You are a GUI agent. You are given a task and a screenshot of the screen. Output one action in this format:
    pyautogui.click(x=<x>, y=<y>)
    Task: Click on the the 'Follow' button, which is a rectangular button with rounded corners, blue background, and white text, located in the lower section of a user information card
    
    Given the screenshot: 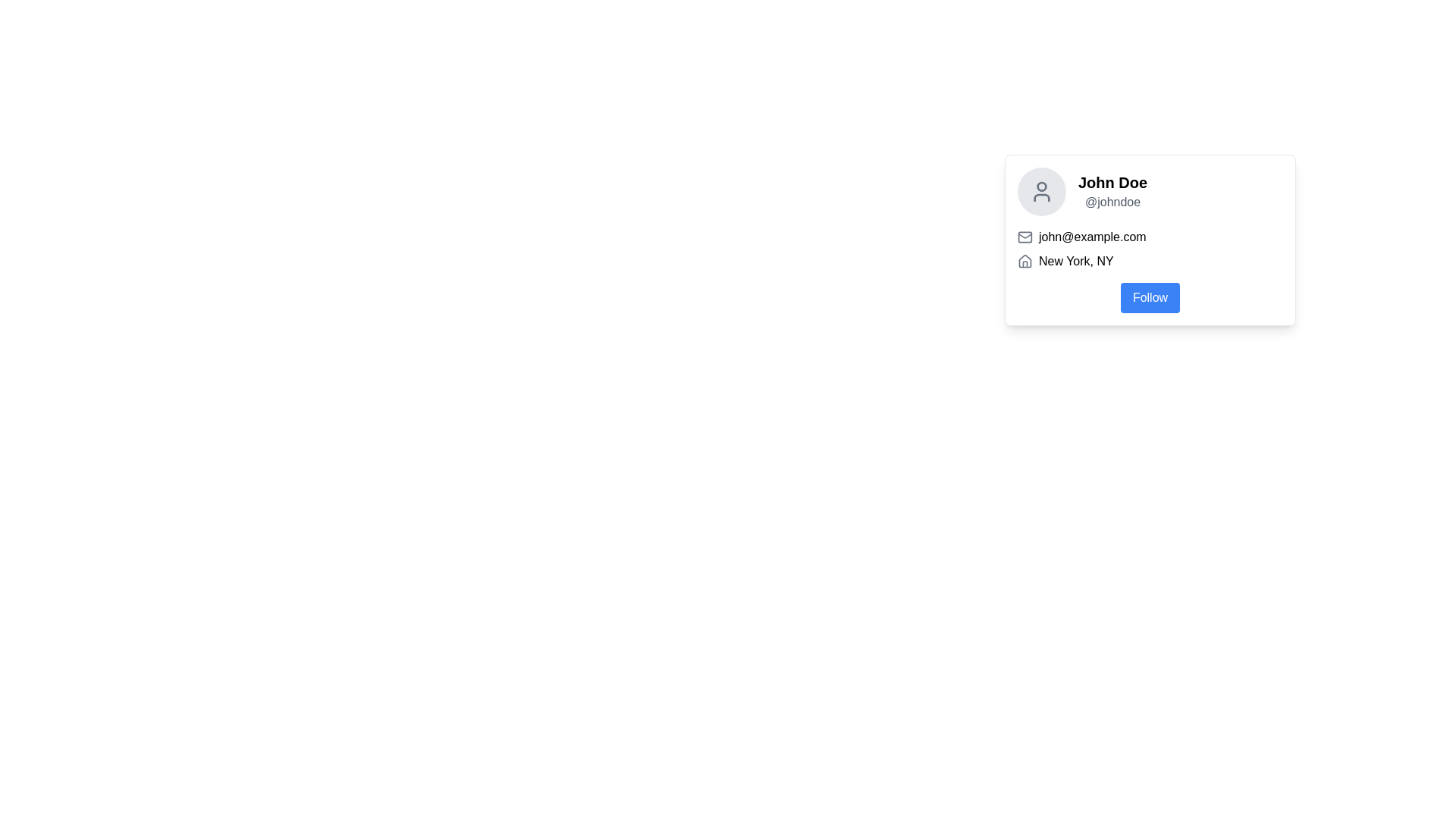 What is the action you would take?
    pyautogui.click(x=1150, y=298)
    